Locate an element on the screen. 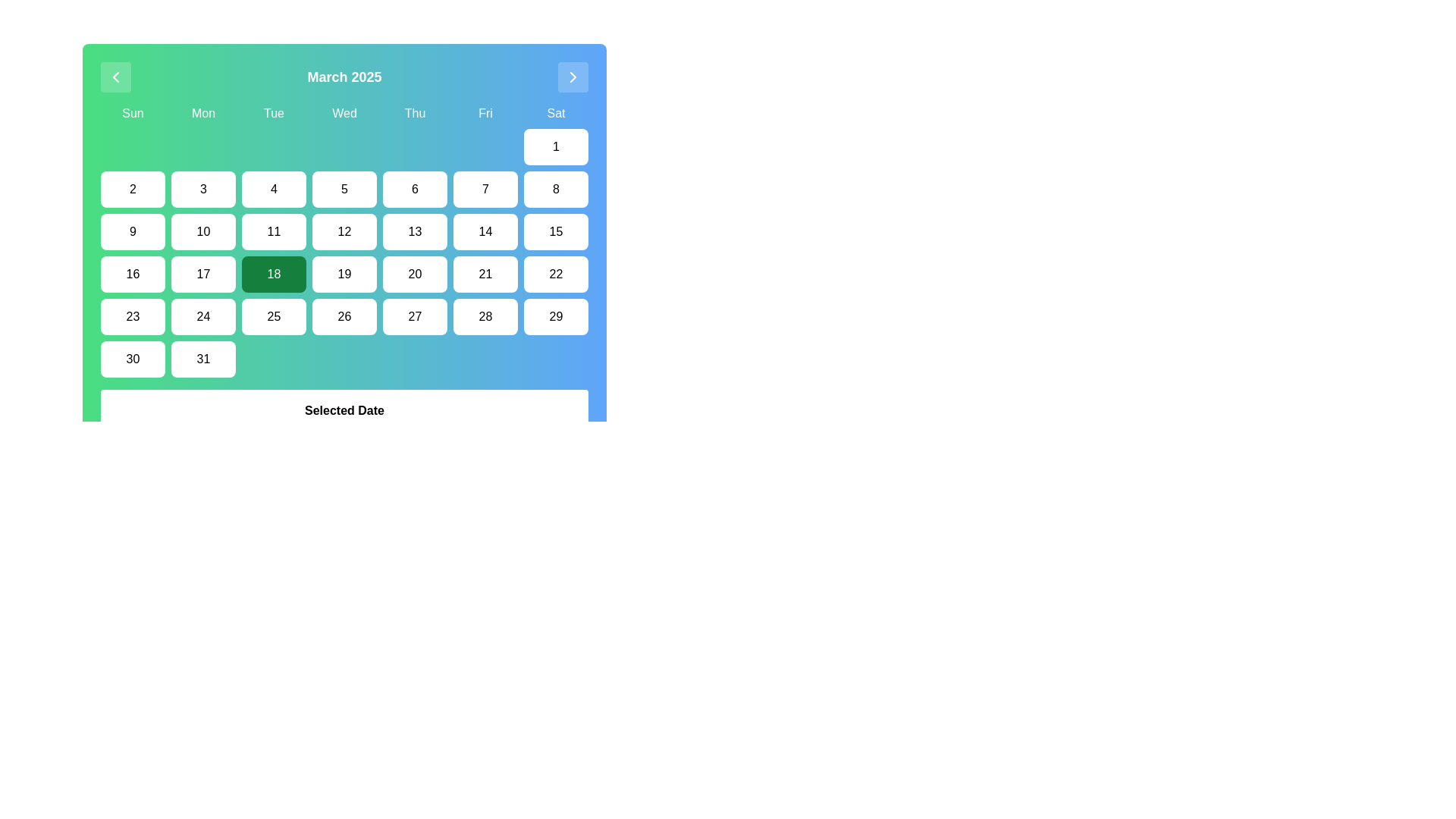 The image size is (1456, 819). the button displaying the date '20' in bold black font, located in the fourth row and sixth column of the calendar view is located at coordinates (415, 275).